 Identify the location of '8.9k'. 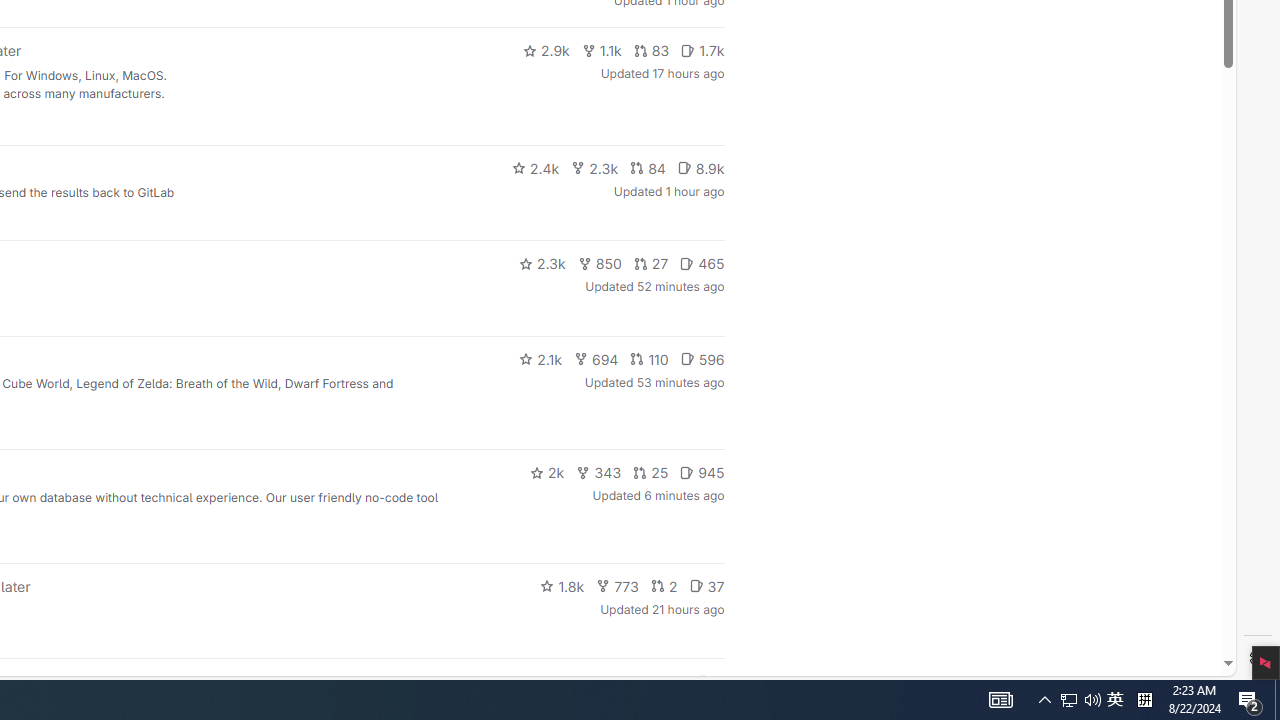
(700, 167).